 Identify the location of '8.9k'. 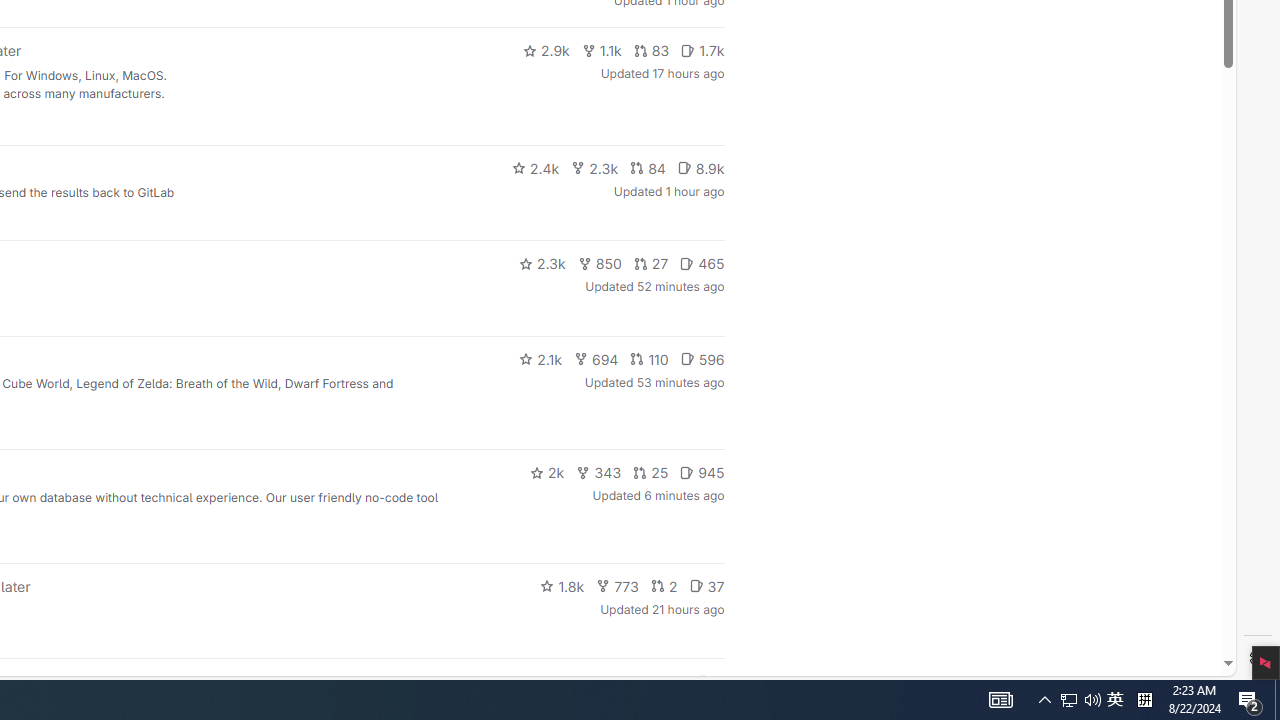
(700, 167).